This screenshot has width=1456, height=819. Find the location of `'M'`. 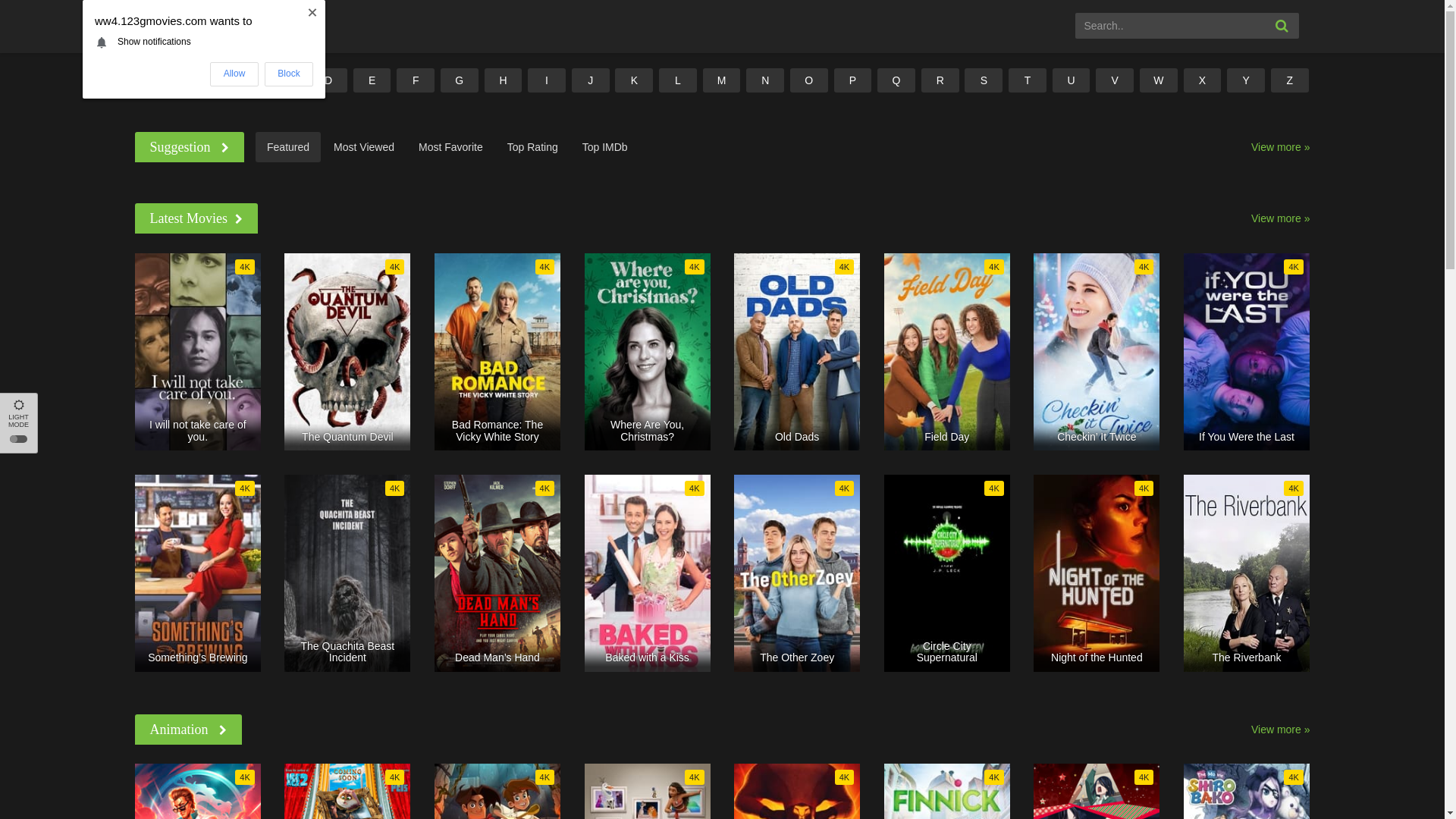

'M' is located at coordinates (720, 80).